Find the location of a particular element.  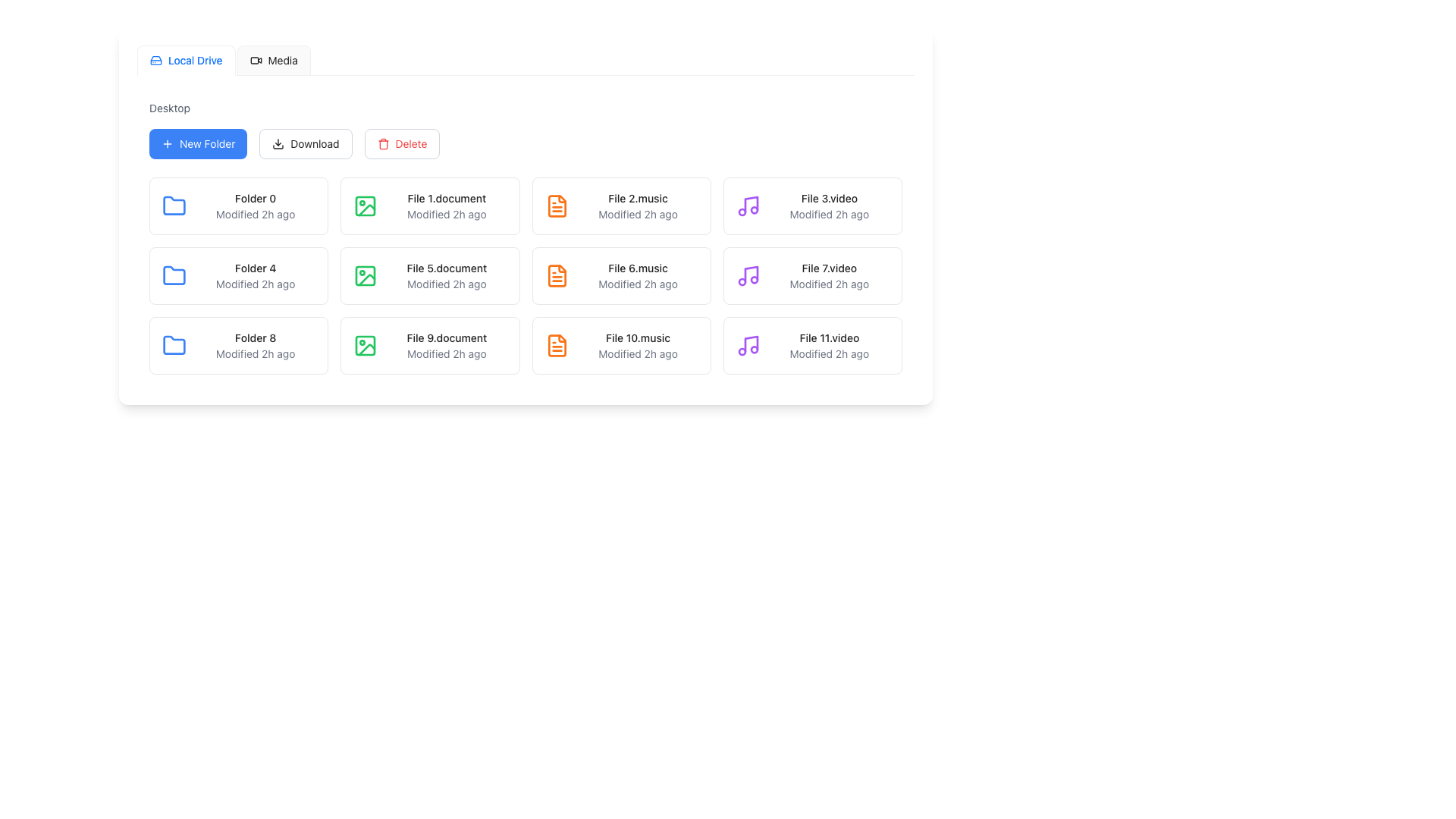

the second button in the horizontal group near the top left of the interface is located at coordinates (305, 143).